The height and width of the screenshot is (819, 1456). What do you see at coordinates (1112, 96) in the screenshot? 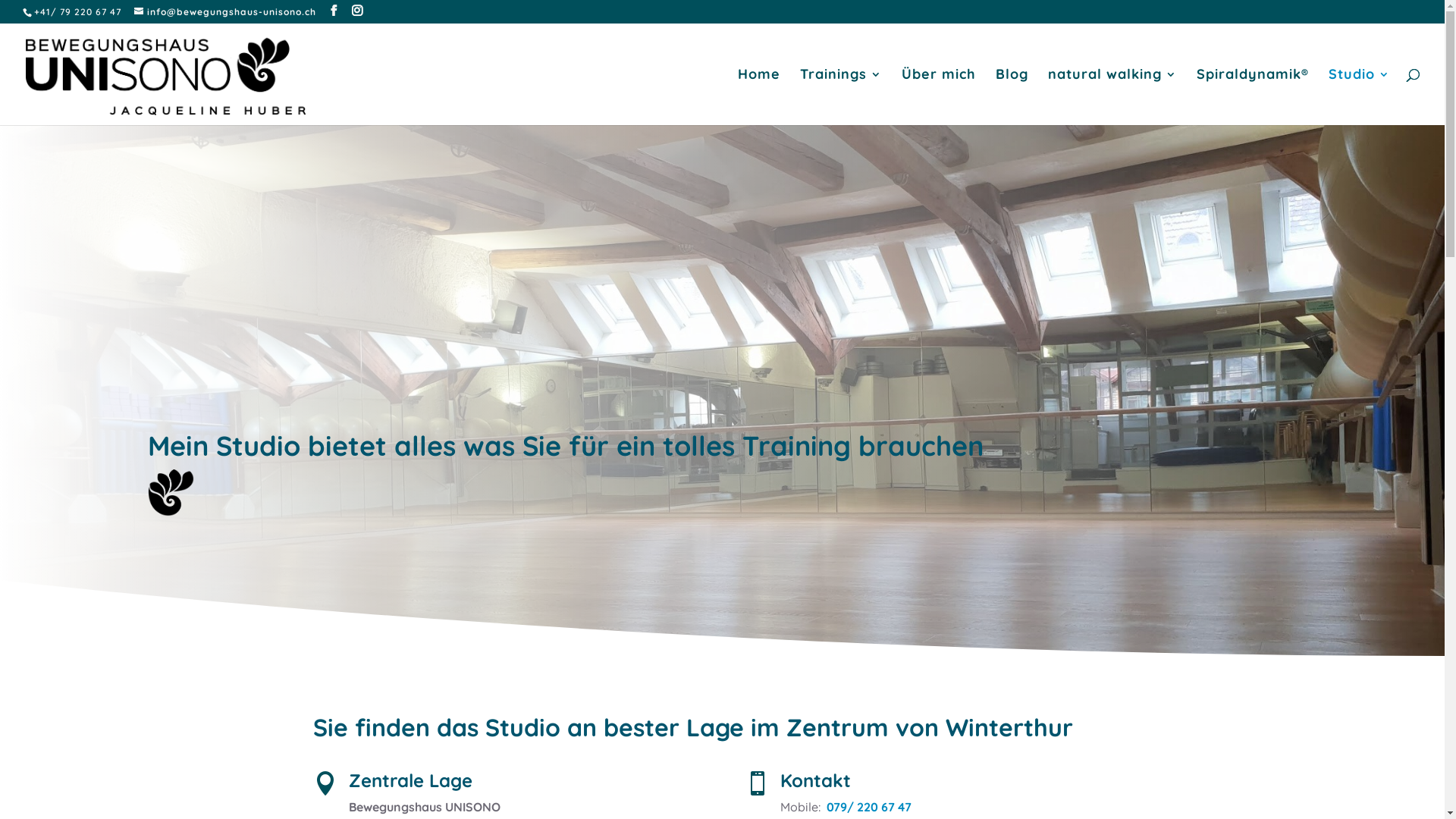
I see `'natural walking'` at bounding box center [1112, 96].